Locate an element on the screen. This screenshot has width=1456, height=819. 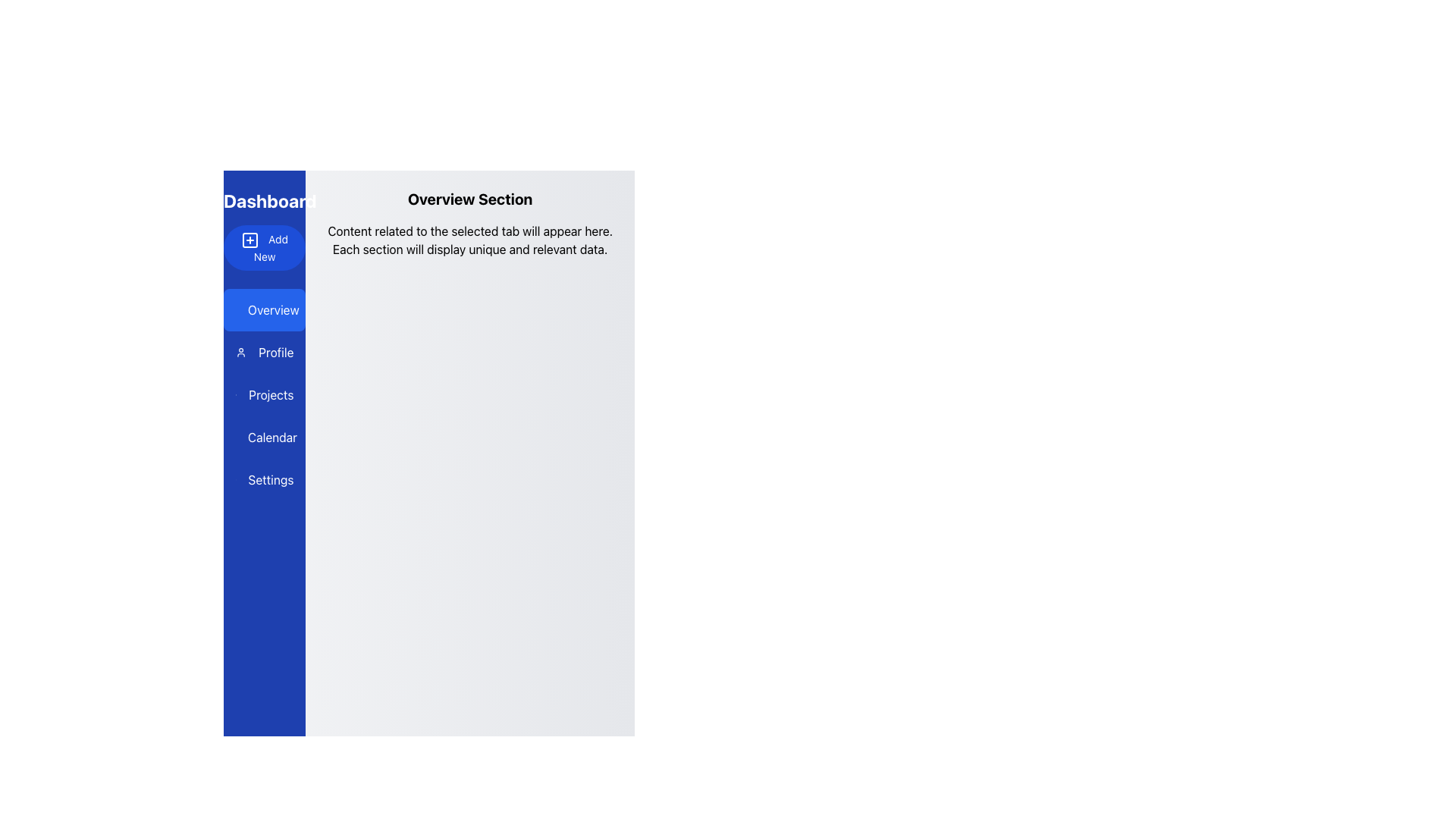
text block containing 'Content related to the selected tab will appear here. Each section will display unique and relevant data.' located below the 'Overview Section' heading is located at coordinates (469, 239).